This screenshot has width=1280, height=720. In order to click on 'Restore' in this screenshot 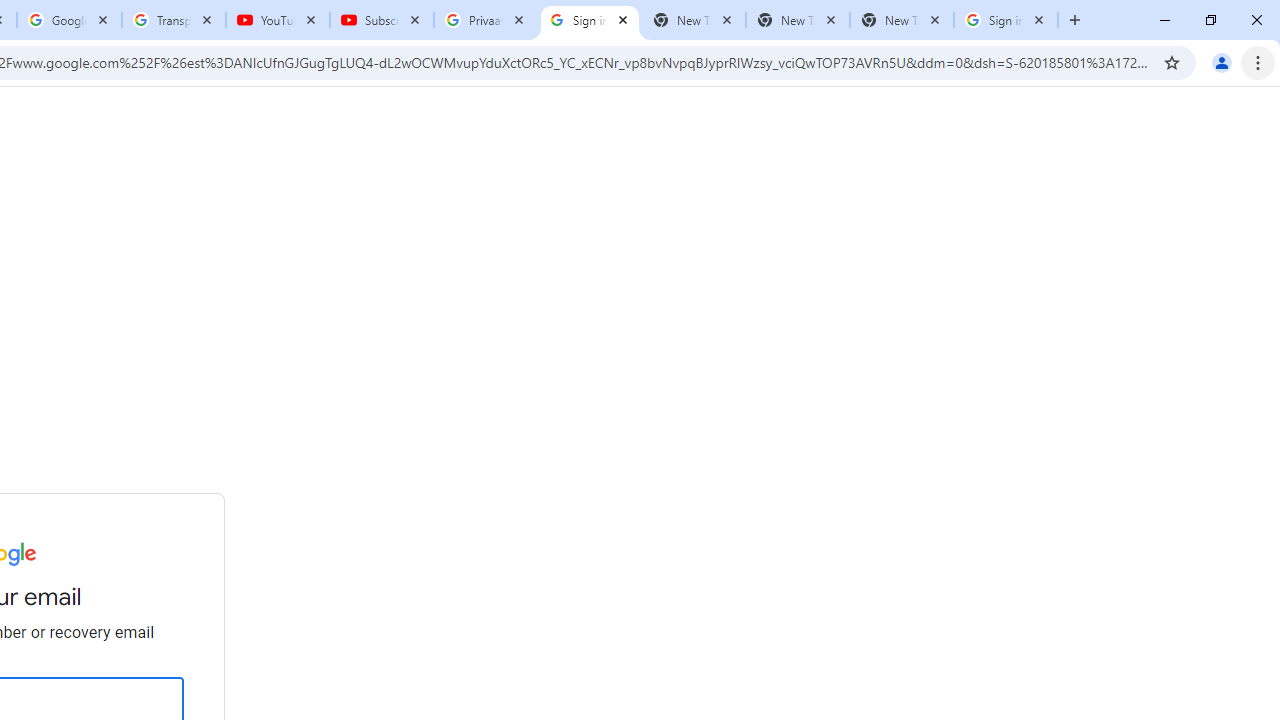, I will do `click(1209, 20)`.